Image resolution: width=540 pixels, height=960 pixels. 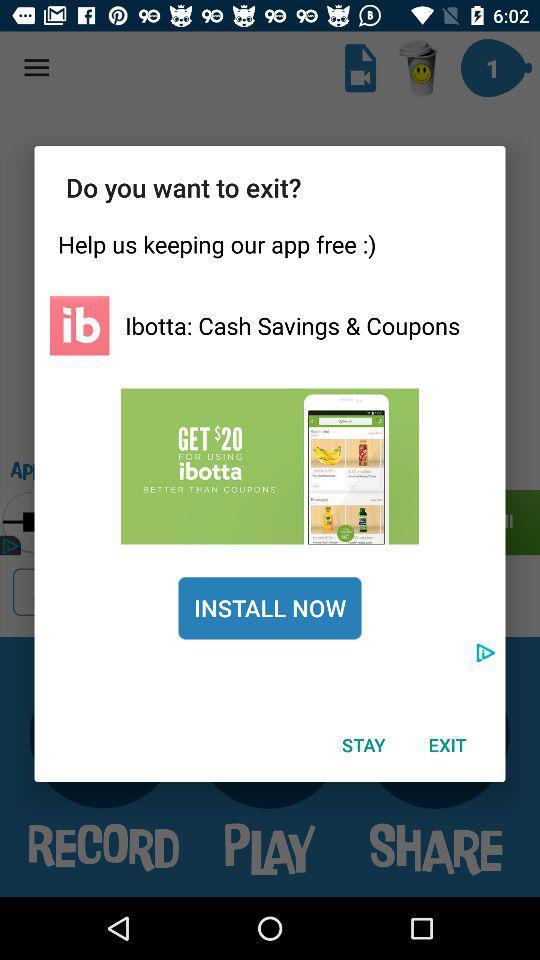 I want to click on the install now icon, so click(x=270, y=607).